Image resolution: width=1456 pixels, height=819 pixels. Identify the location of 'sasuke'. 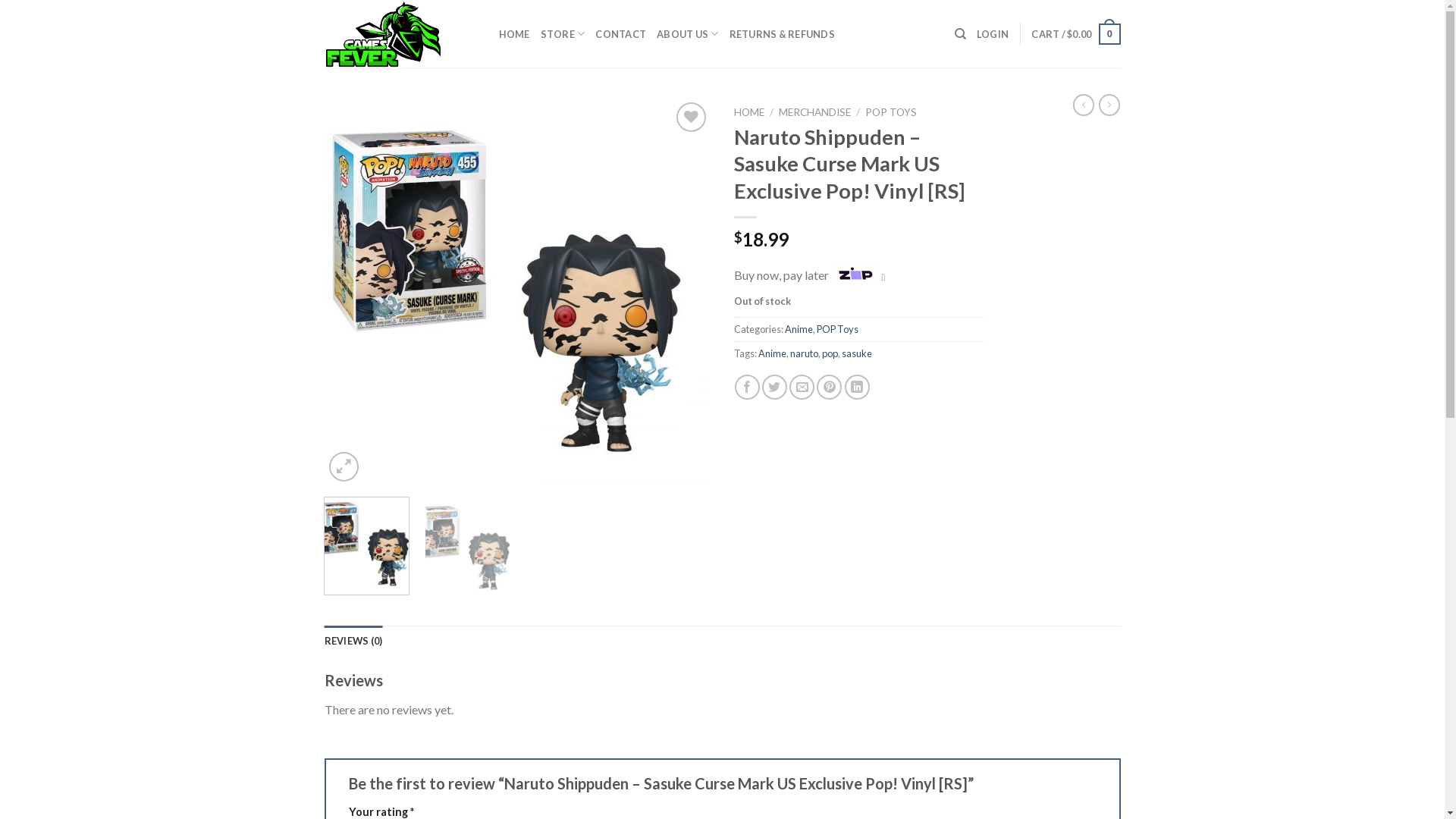
(856, 353).